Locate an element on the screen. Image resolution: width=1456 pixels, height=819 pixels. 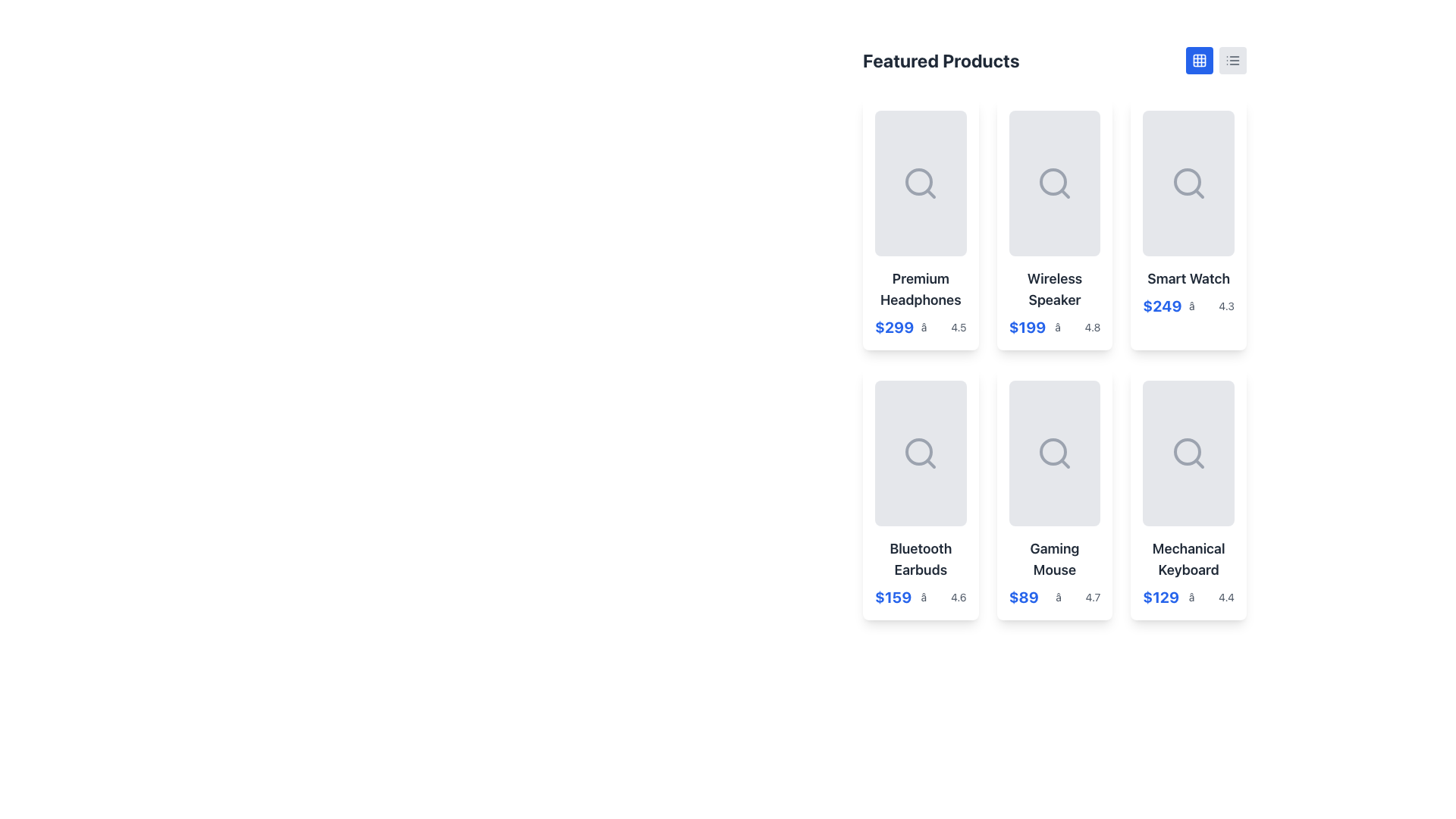
the bold, blue text displaying the price '$199' located under the product title 'Wireless Speaker' in the middle column of the first row of the product grid is located at coordinates (1027, 327).